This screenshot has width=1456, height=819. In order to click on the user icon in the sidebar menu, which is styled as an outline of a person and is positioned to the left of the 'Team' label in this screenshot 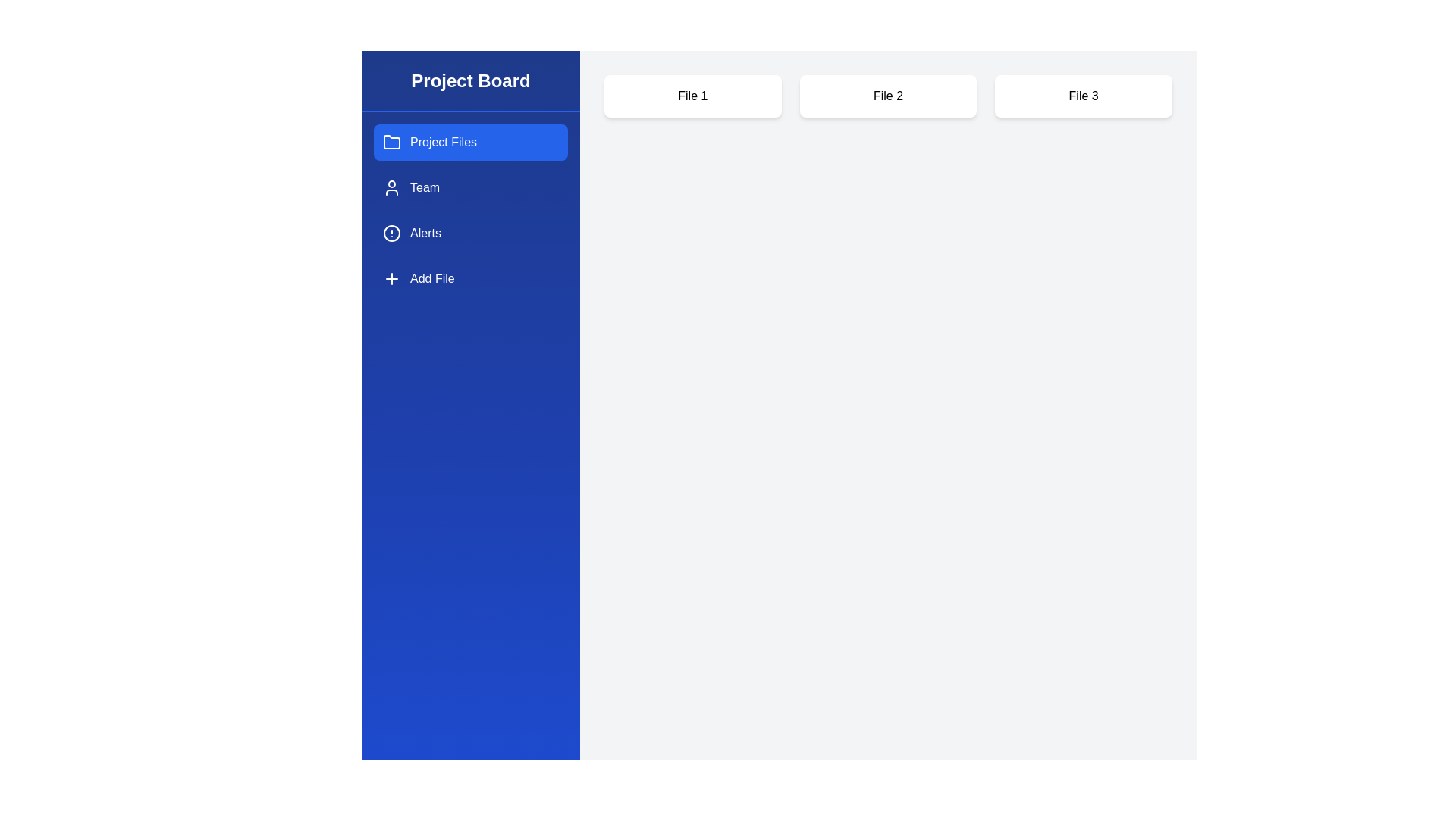, I will do `click(392, 187)`.